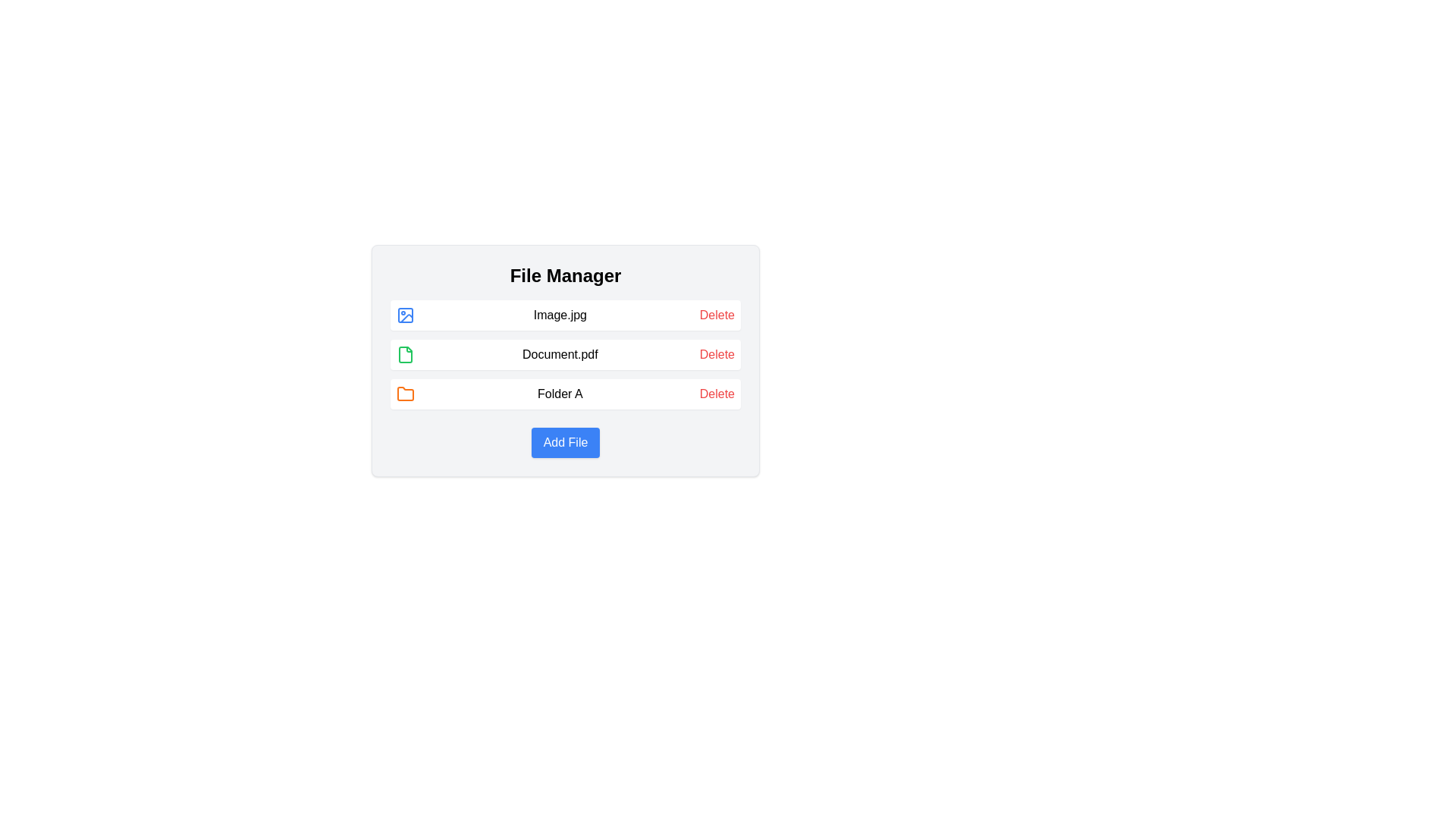 This screenshot has height=819, width=1456. Describe the element at coordinates (405, 393) in the screenshot. I see `the folder icon located in the 'Folder A' row of the file manager interface, which visually represents the folder type` at that location.